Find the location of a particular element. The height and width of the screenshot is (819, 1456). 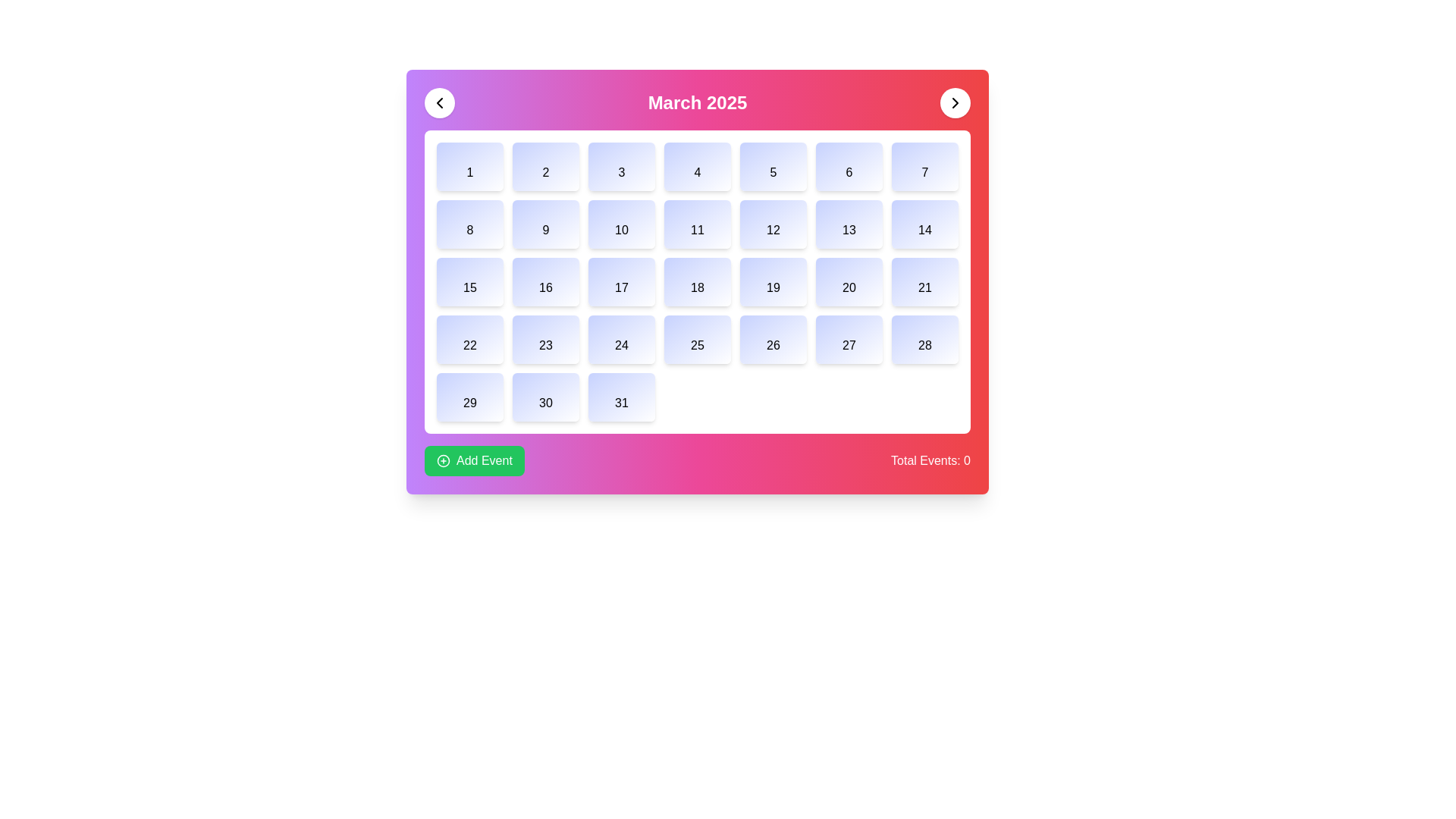

the clickable date cell representing the date '30' in the calendar grid for mobile interaction is located at coordinates (546, 397).